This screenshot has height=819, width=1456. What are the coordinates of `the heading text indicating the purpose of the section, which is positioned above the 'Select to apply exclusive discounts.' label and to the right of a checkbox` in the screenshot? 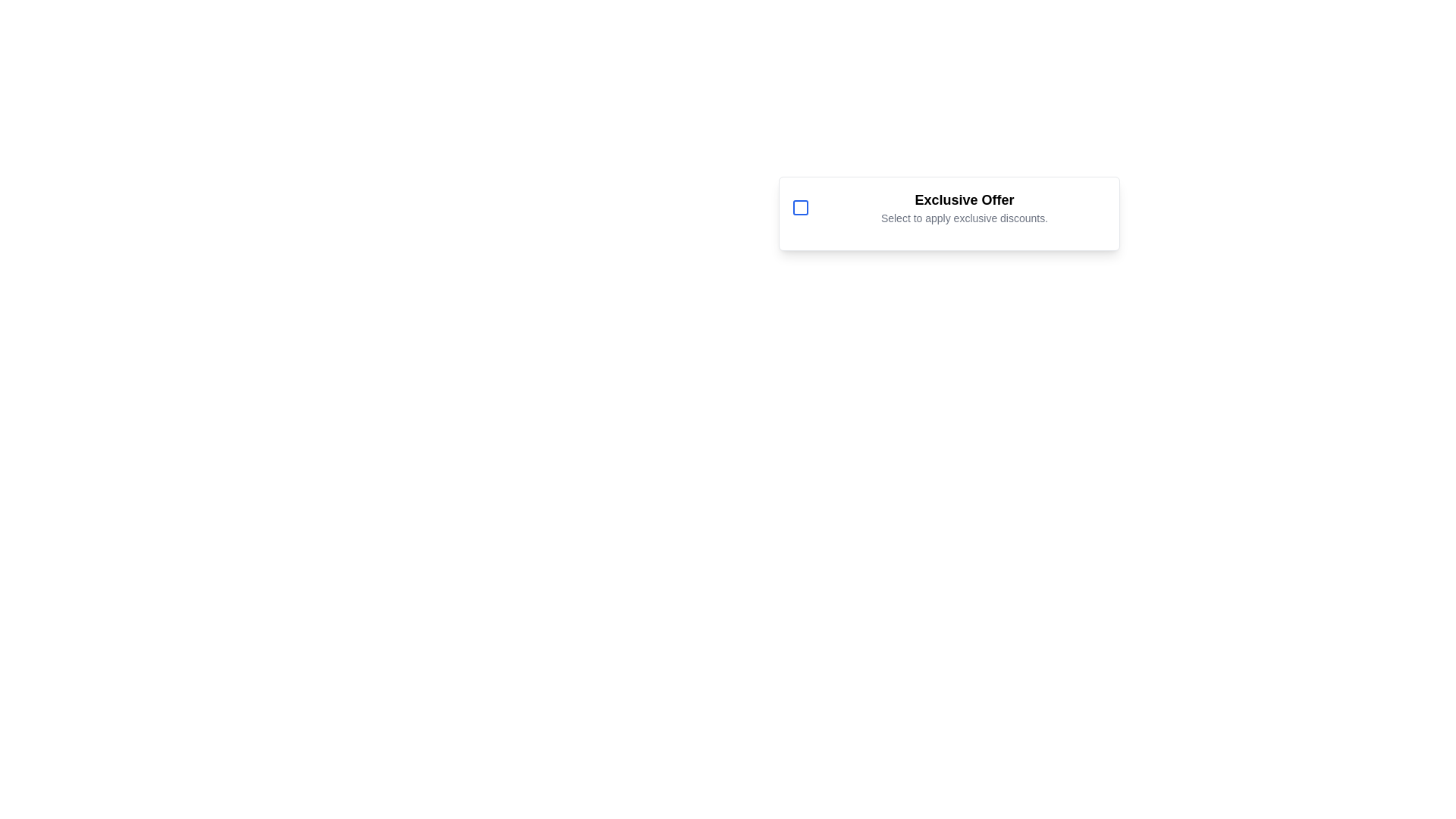 It's located at (964, 199).